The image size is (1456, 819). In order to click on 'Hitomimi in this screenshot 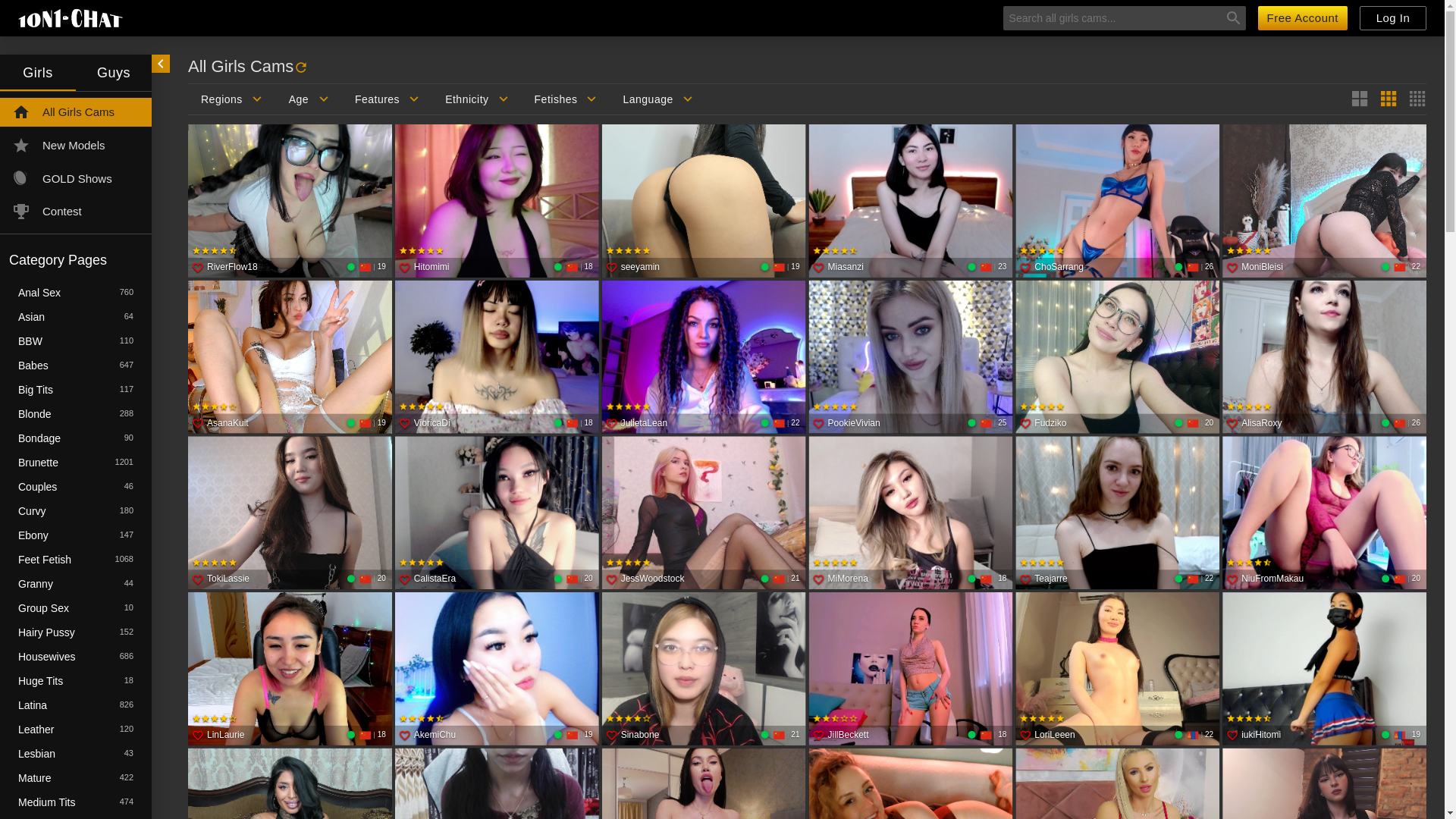, I will do `click(395, 201)`.